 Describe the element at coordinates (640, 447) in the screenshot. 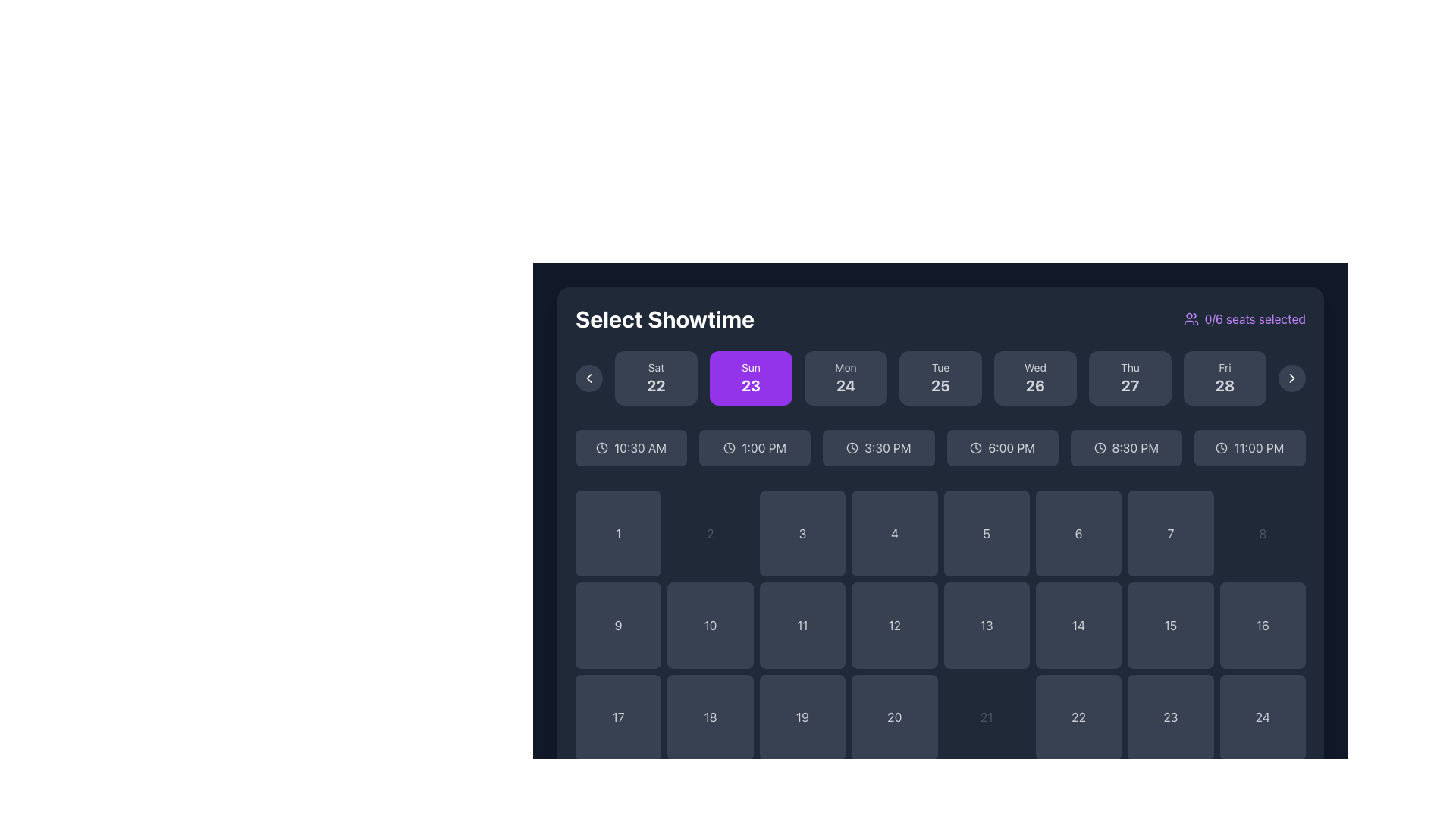

I see `the selectable showtime option button for 10:30 AM, located in the first slot of the showtime options row below the highlighted 'Sun 23' day selector` at that location.